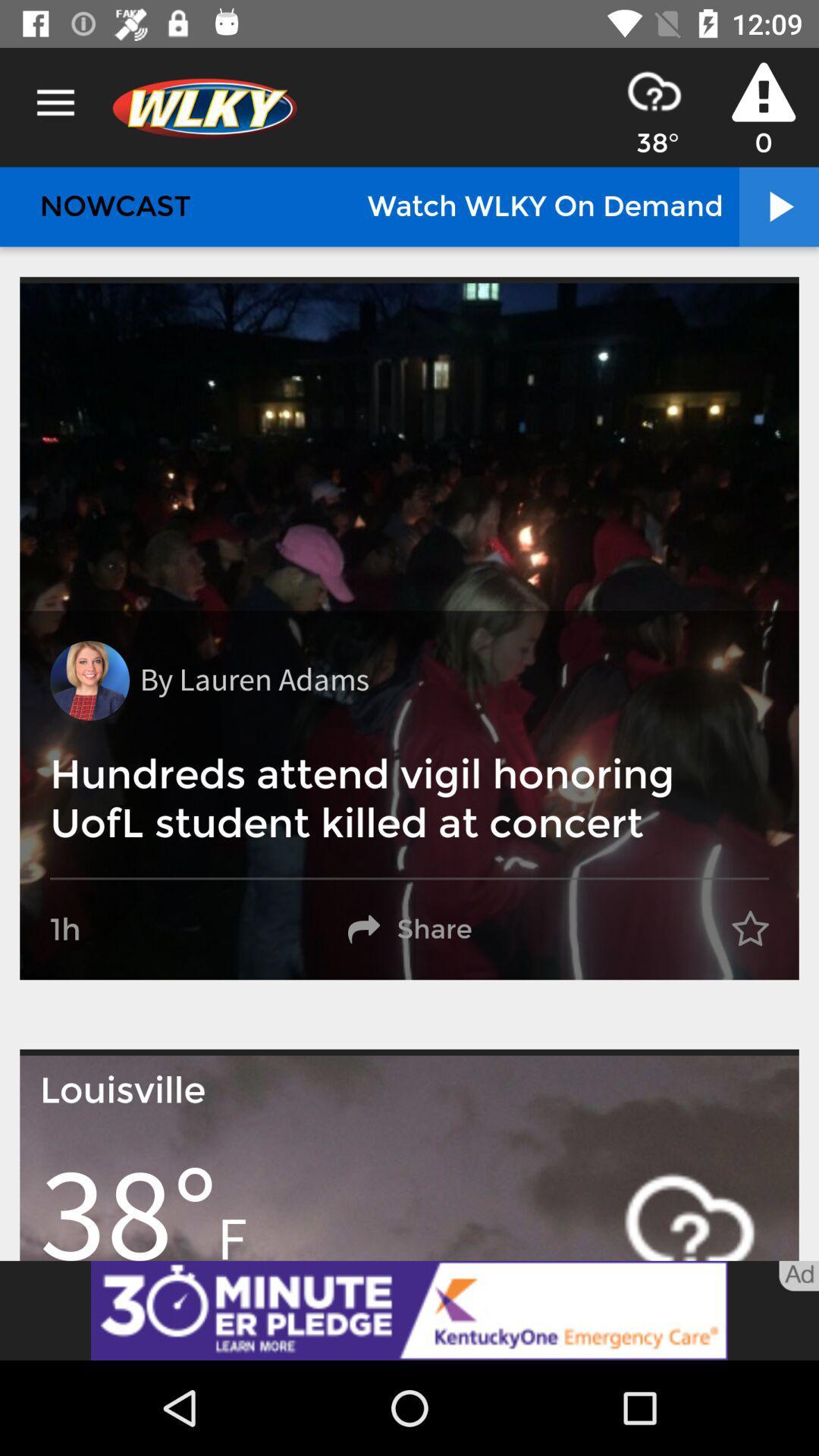 Image resolution: width=819 pixels, height=1456 pixels. I want to click on link to advertisement, so click(409, 1310).